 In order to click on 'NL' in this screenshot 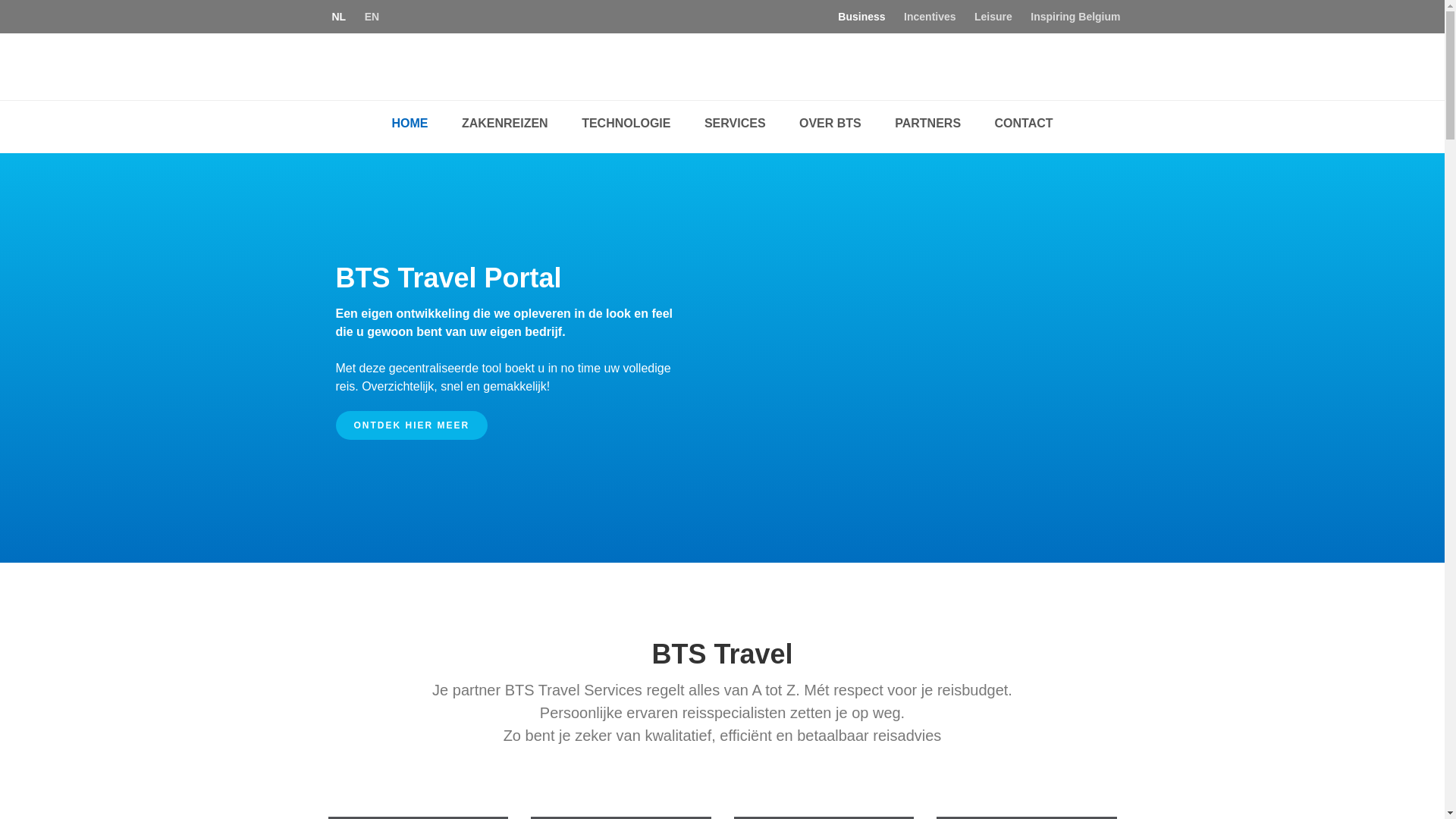, I will do `click(338, 17)`.